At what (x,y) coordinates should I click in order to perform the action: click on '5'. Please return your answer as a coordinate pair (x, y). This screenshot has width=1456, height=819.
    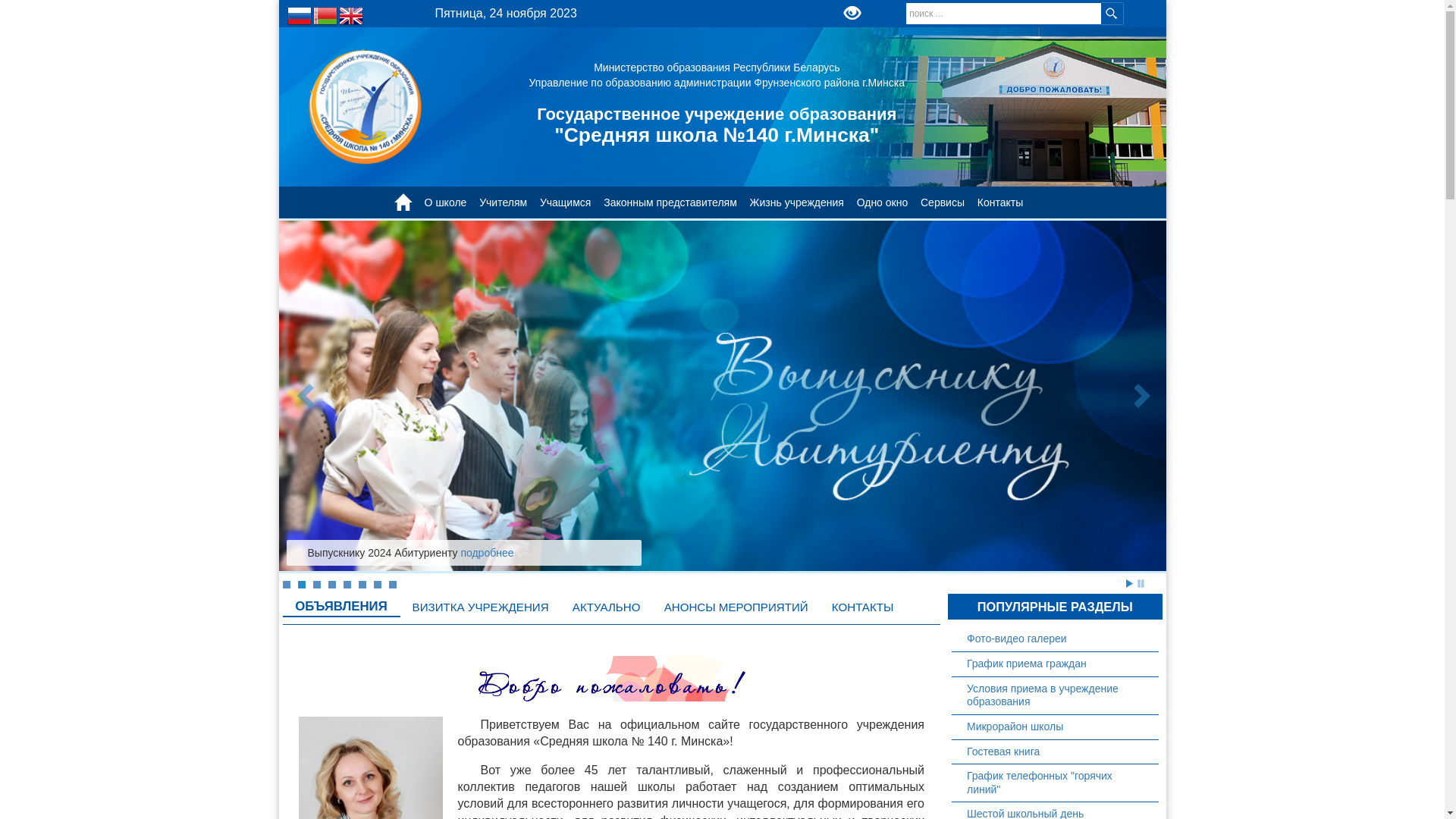
    Looking at the image, I should click on (345, 584).